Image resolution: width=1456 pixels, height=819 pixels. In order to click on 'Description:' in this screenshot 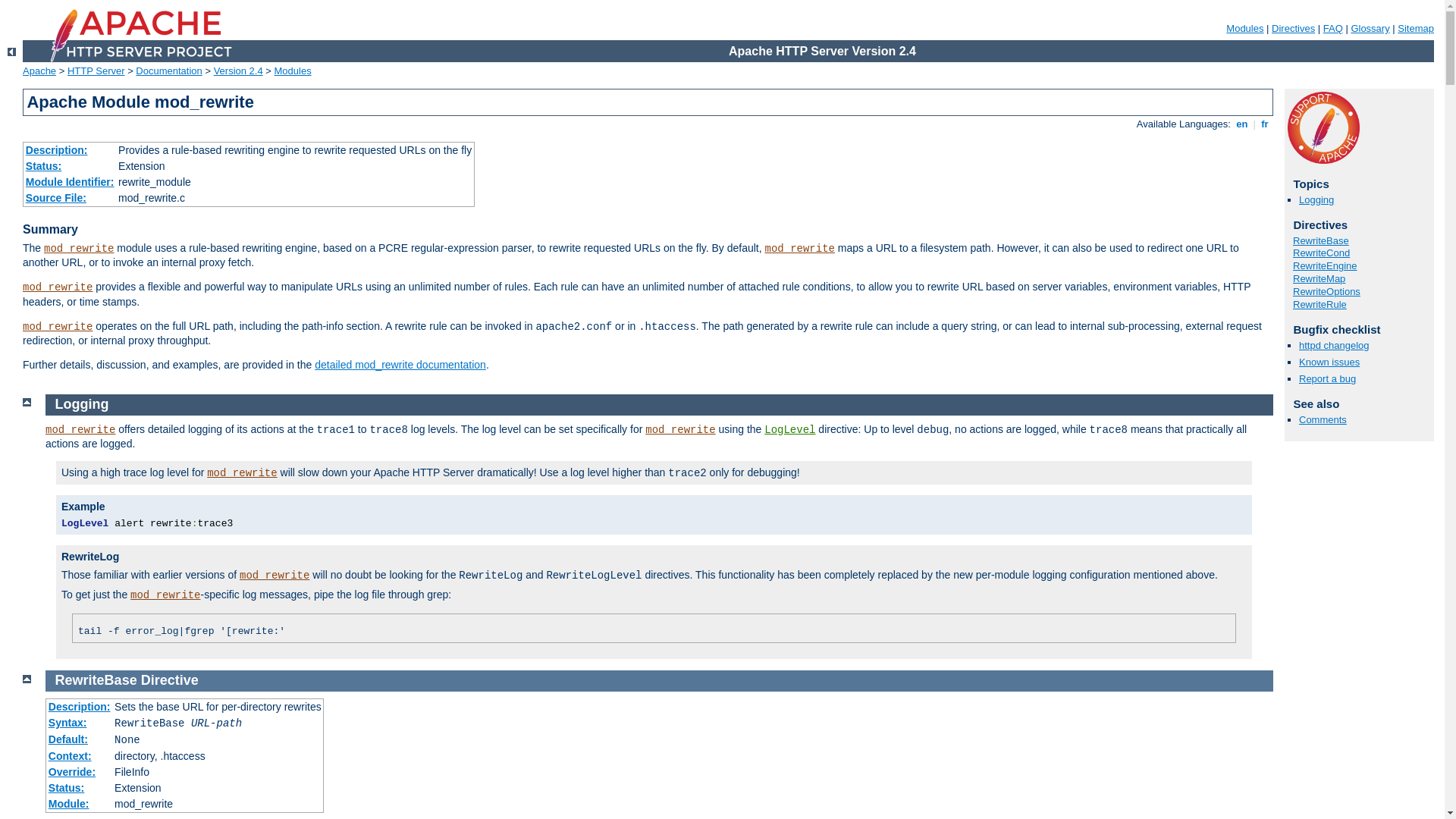, I will do `click(57, 149)`.